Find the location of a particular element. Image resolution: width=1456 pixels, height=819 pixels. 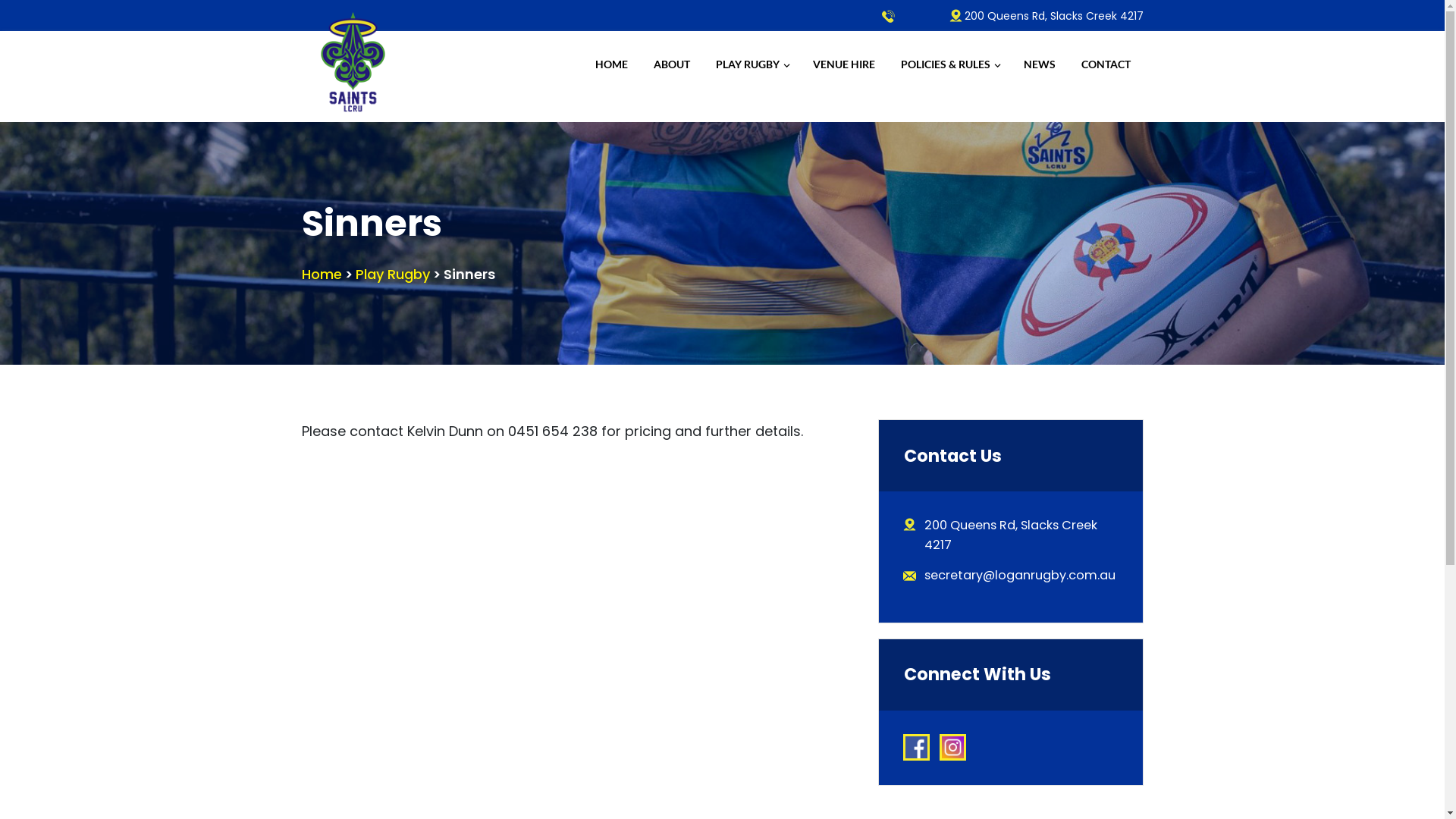

'NEWS' is located at coordinates (1037, 63).